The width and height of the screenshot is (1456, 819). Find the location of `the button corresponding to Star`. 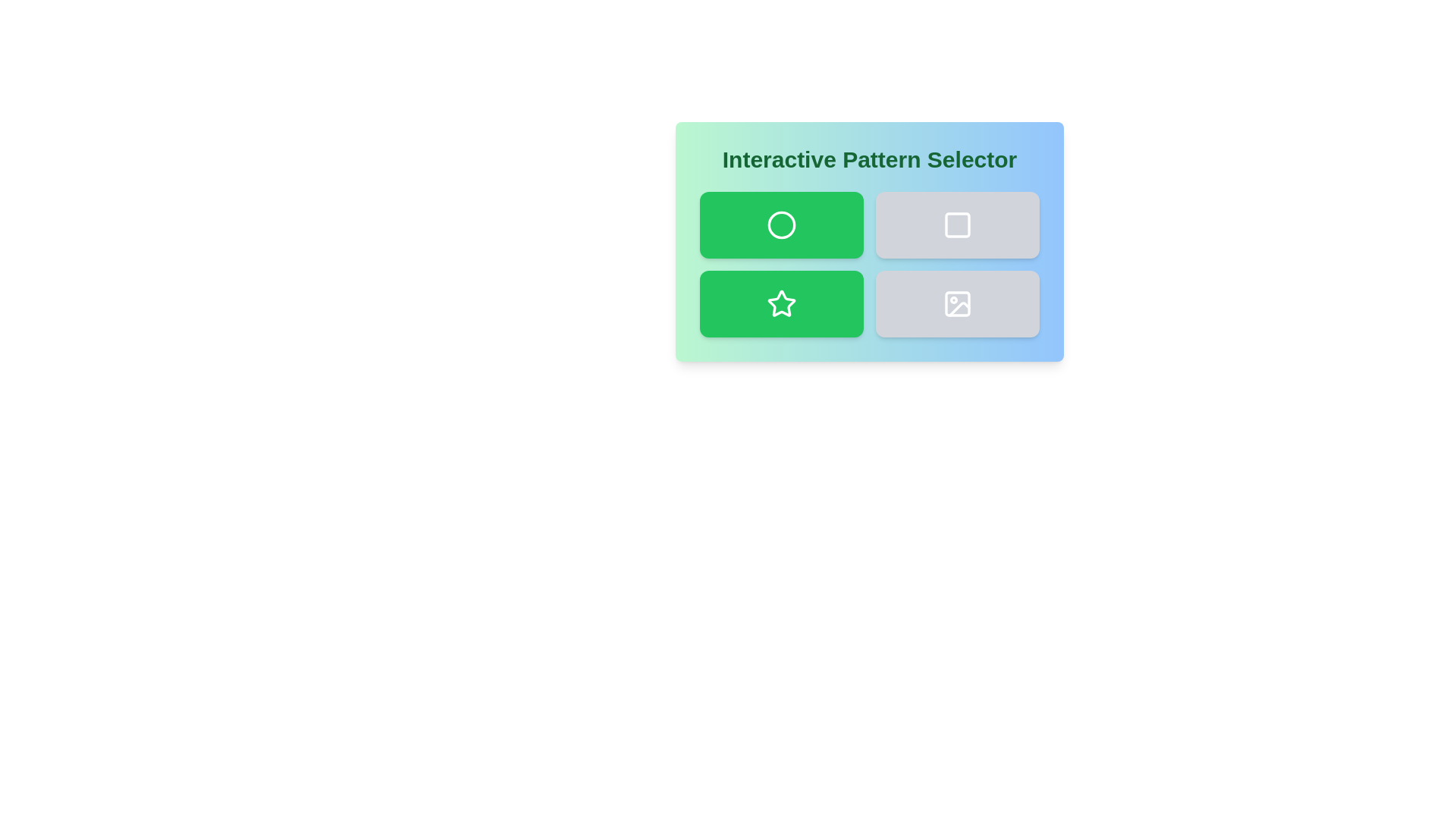

the button corresponding to Star is located at coordinates (782, 304).